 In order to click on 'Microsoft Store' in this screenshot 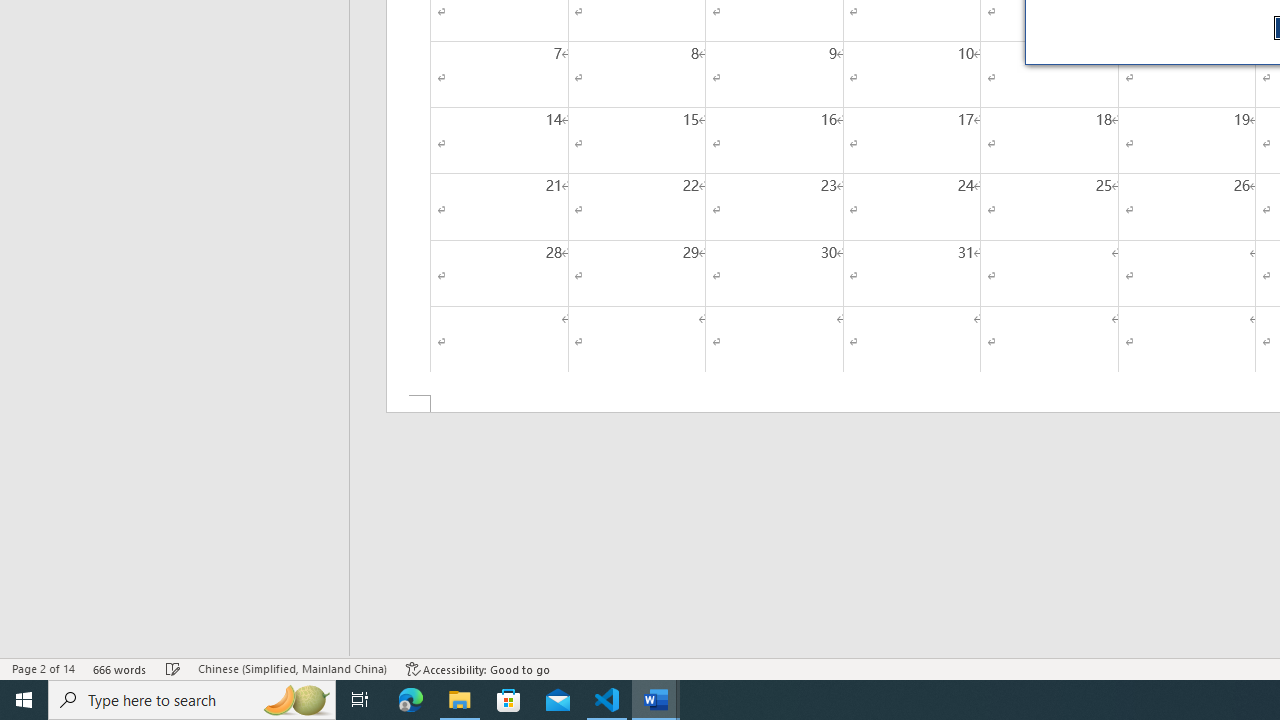, I will do `click(509, 698)`.